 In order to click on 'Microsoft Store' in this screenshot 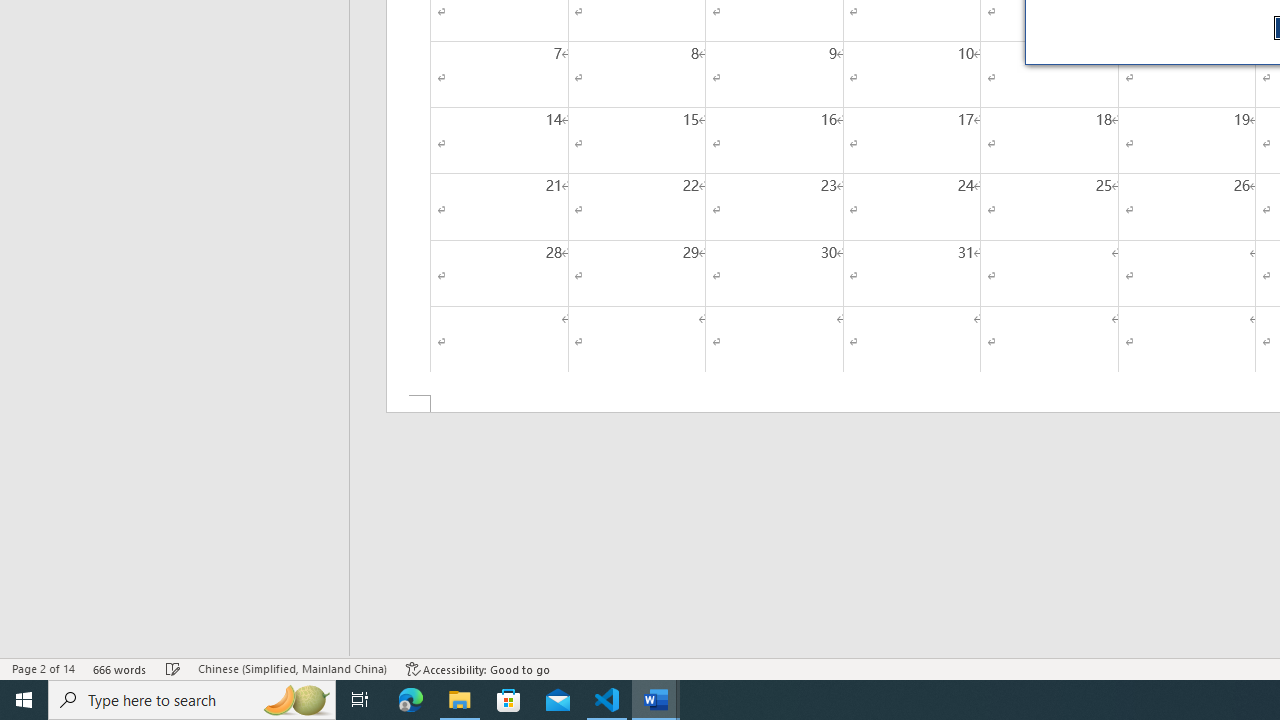, I will do `click(509, 698)`.